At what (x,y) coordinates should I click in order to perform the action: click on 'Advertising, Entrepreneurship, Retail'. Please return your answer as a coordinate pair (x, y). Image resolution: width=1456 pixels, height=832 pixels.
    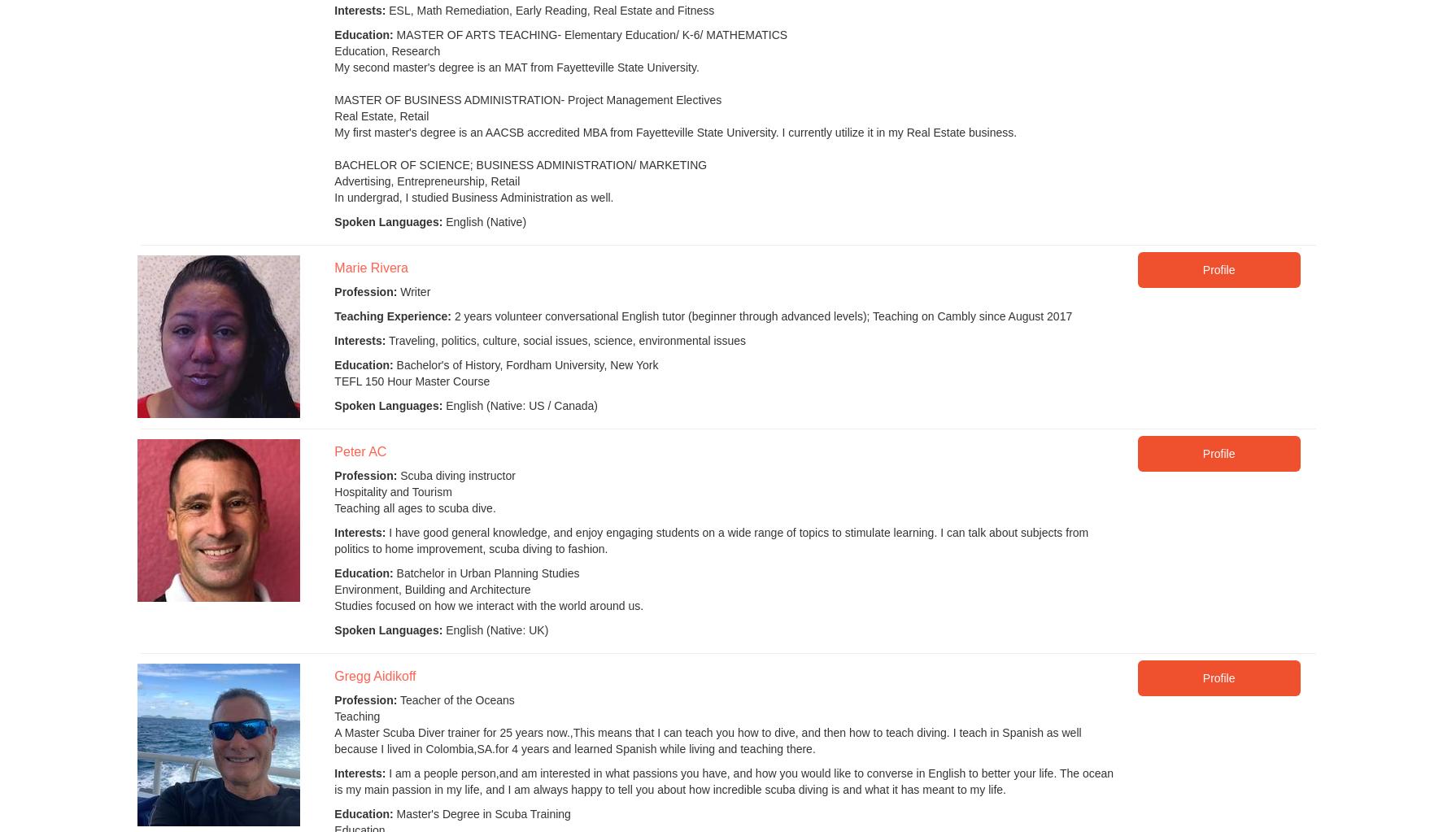
    Looking at the image, I should click on (426, 179).